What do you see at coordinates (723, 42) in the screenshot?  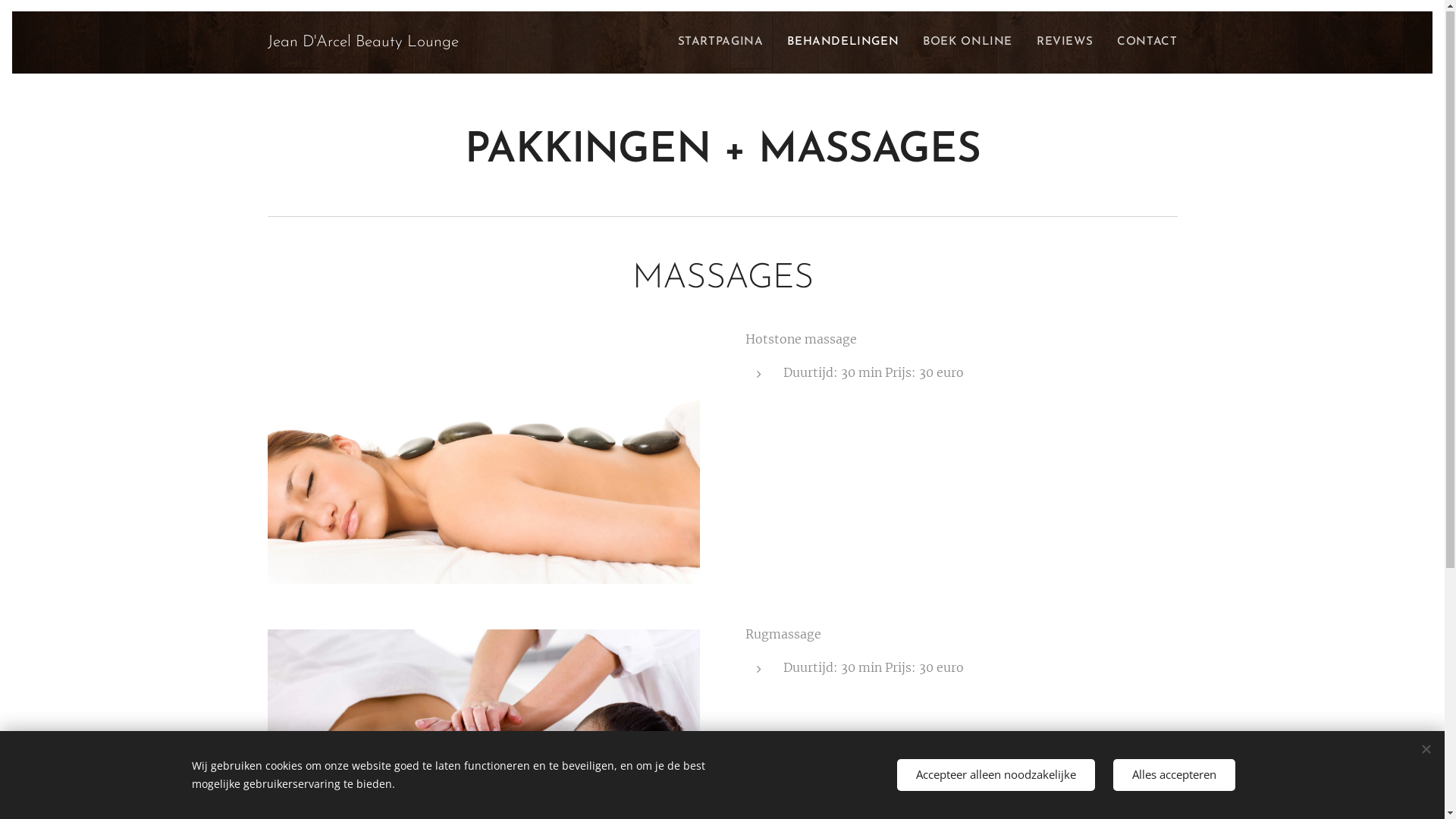 I see `'STARTPAGINA'` at bounding box center [723, 42].